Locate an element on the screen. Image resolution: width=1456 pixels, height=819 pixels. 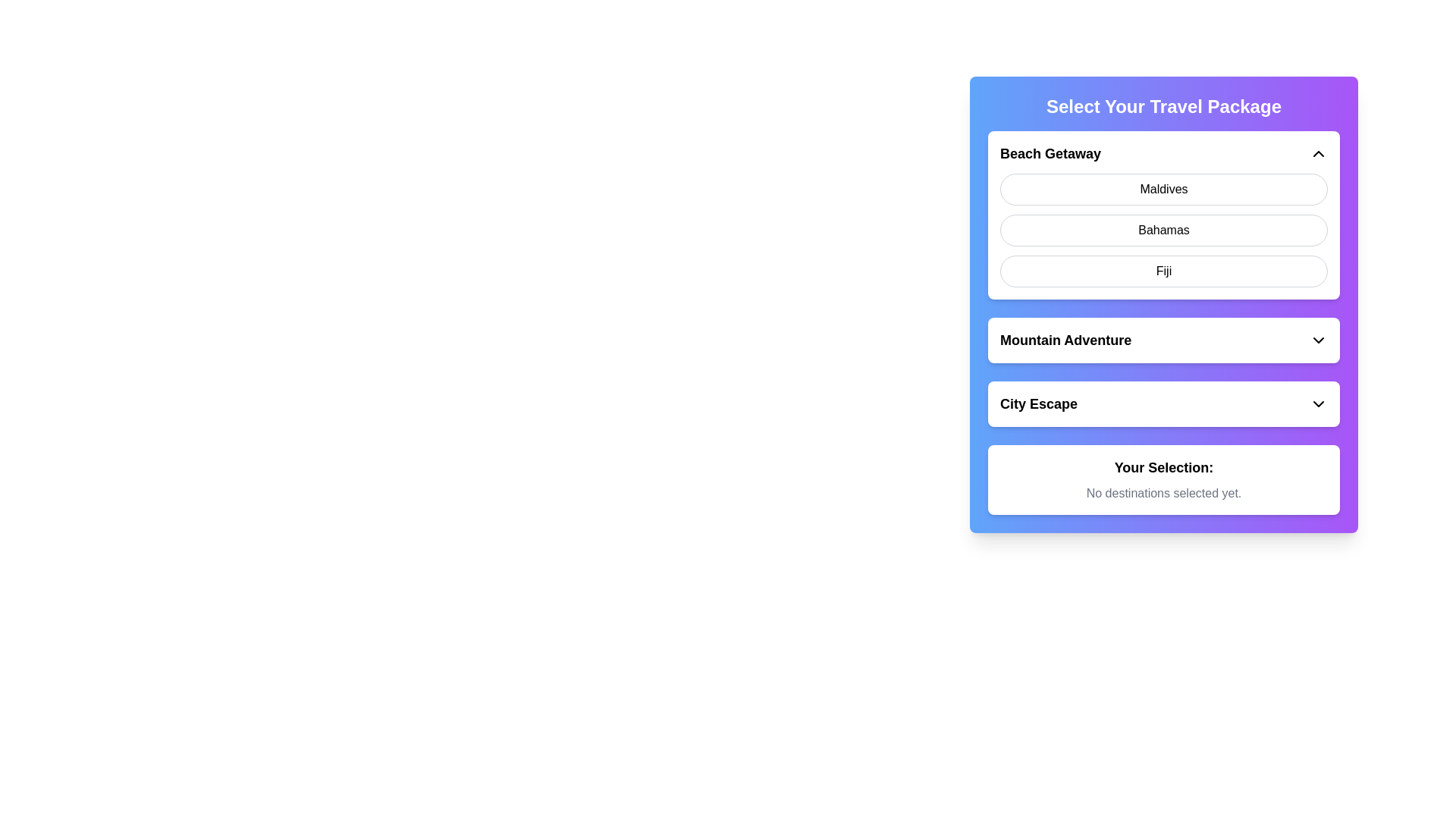
the 'Maldives' button, which is a rectangular button with rounded corners and a white background, located in the 'Beach Getaway' section at the top of the list to change its background color to light blue is located at coordinates (1163, 189).